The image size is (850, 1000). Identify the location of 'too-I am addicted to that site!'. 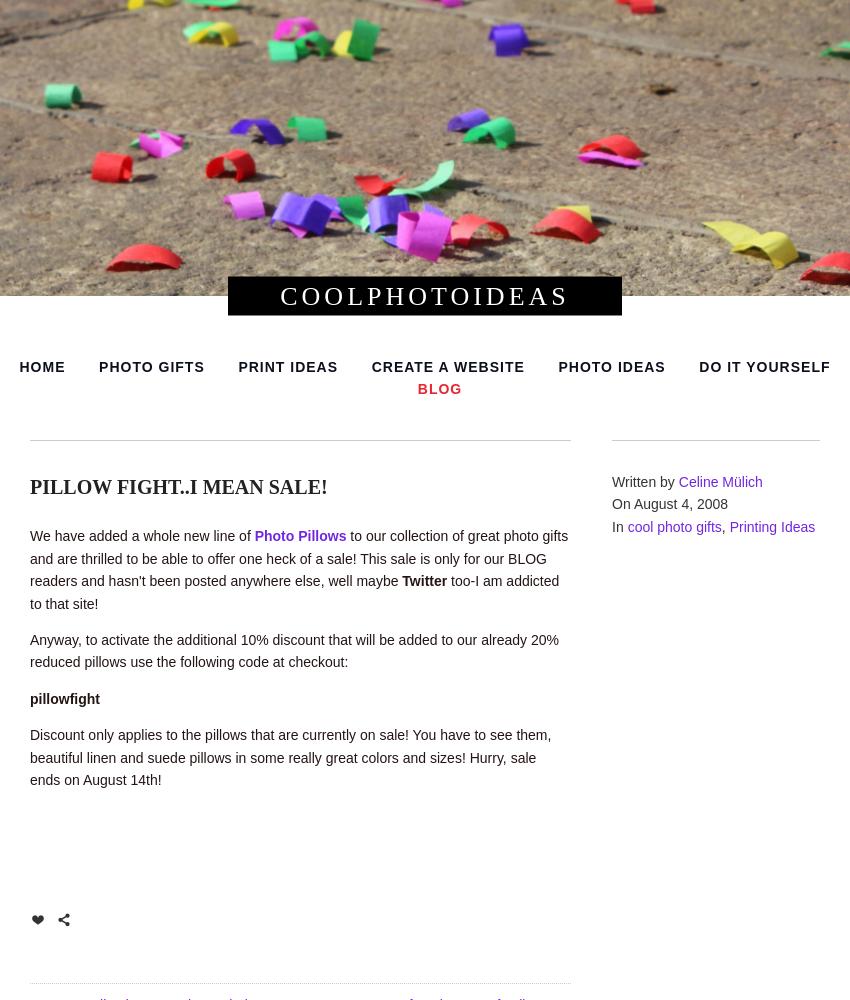
(293, 591).